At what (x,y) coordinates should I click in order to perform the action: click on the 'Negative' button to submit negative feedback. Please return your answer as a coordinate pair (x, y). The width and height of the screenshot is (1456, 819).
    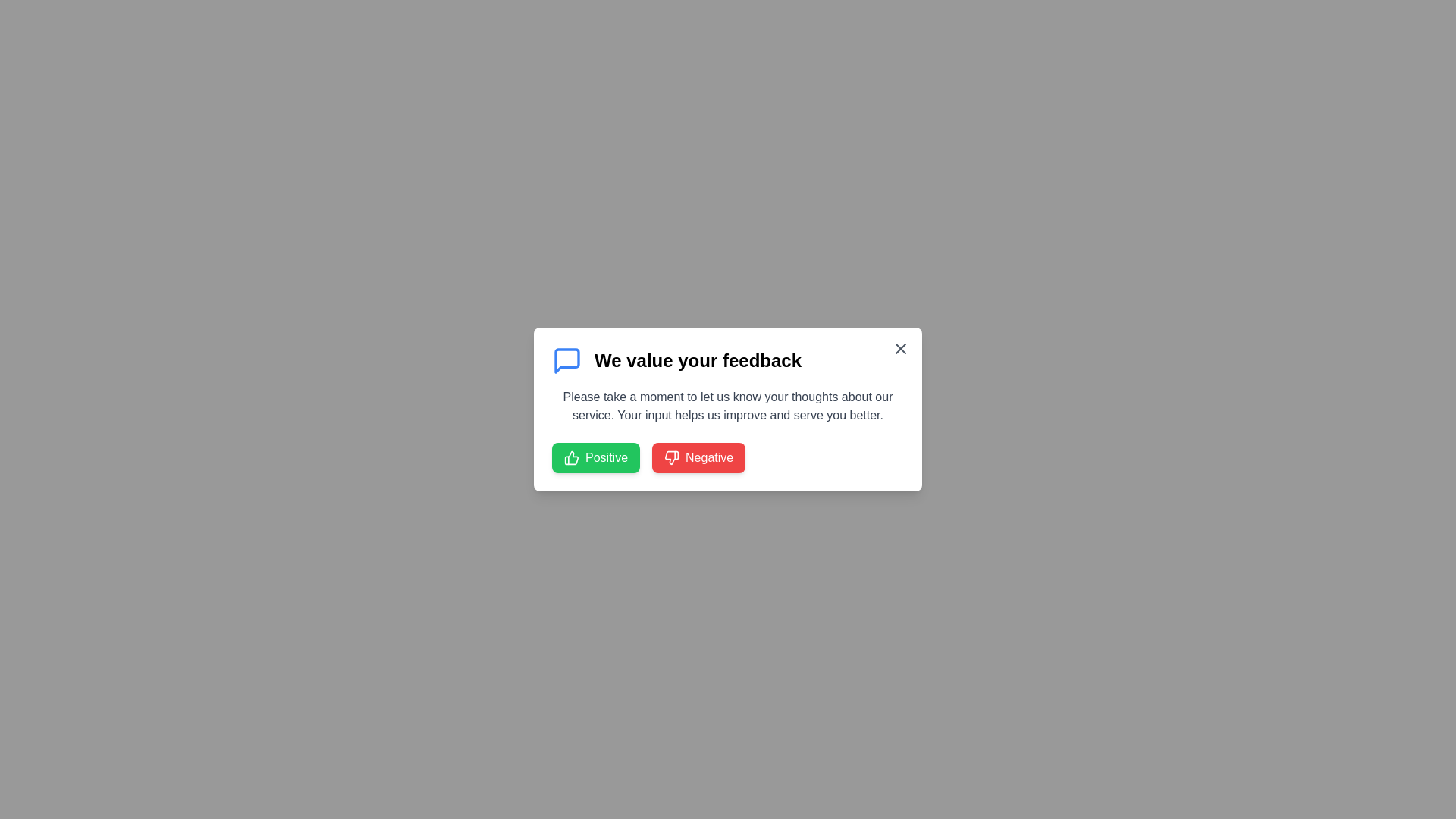
    Looking at the image, I should click on (698, 457).